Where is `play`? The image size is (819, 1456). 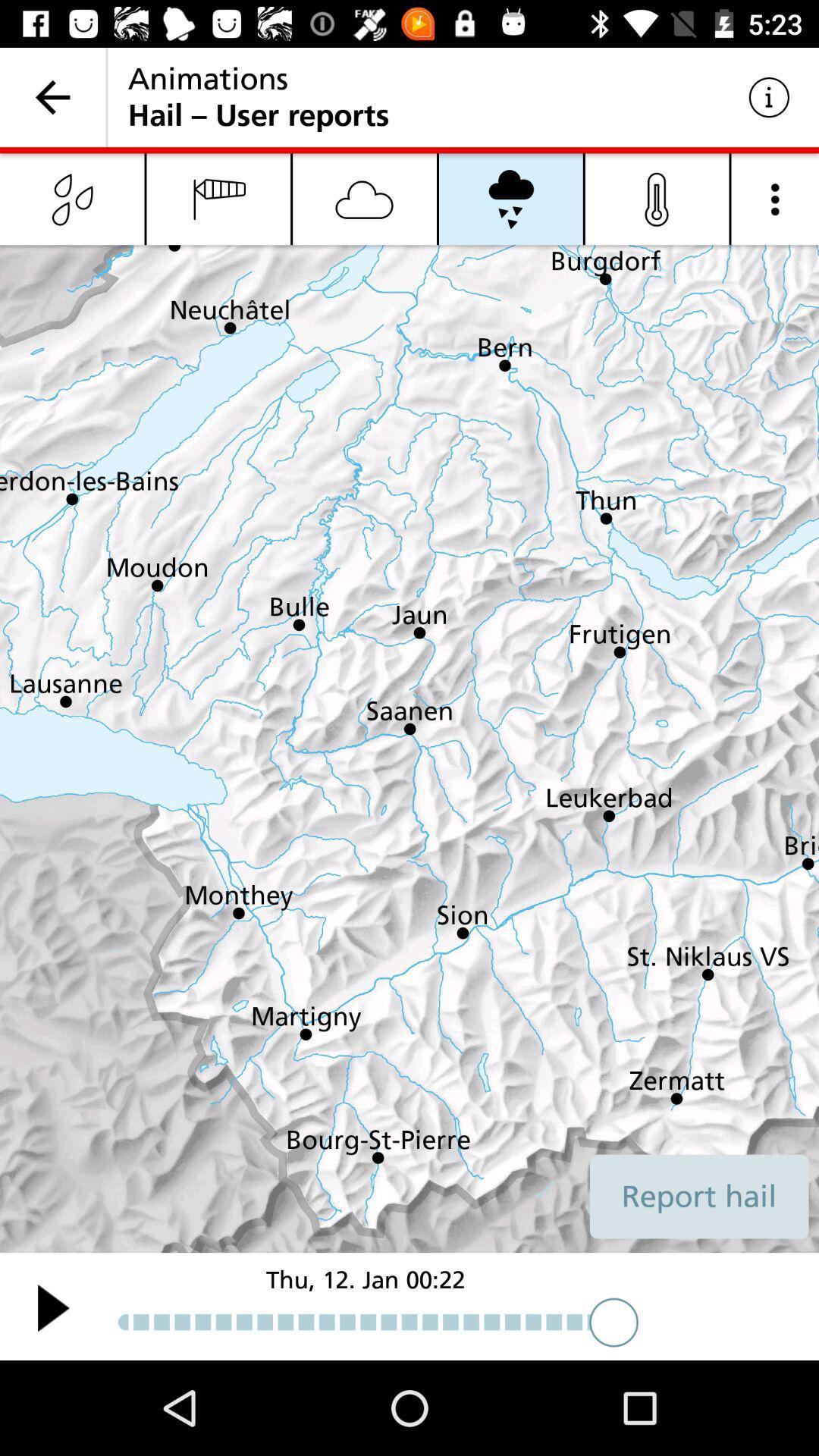
play is located at coordinates (52, 1307).